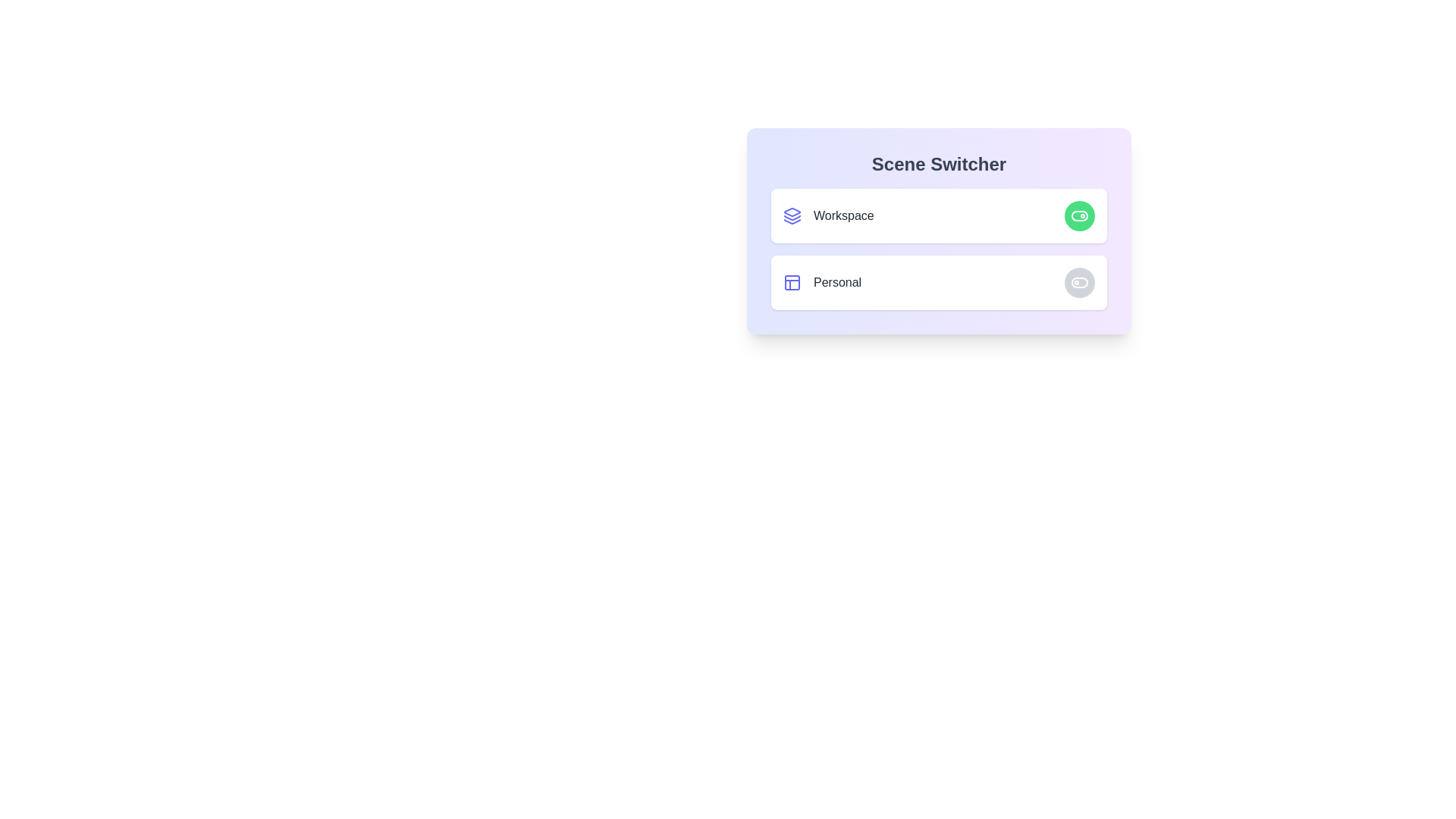 This screenshot has height=819, width=1456. What do you see at coordinates (792, 212) in the screenshot?
I see `the topmost triangular shape of the layers icon in the workspace settings list, which is located in the top-left corner of the entry` at bounding box center [792, 212].